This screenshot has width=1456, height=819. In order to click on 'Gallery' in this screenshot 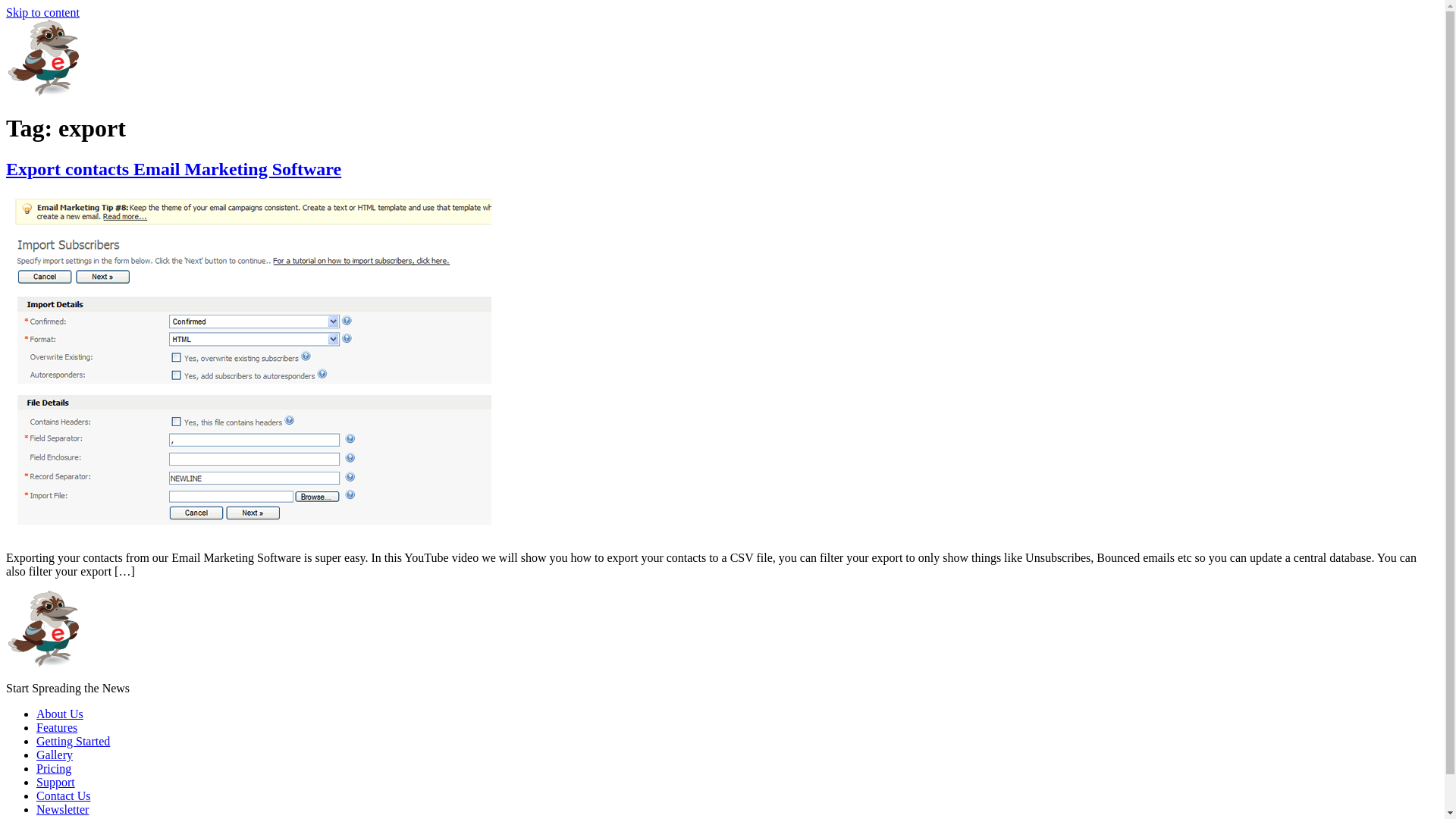, I will do `click(55, 755)`.